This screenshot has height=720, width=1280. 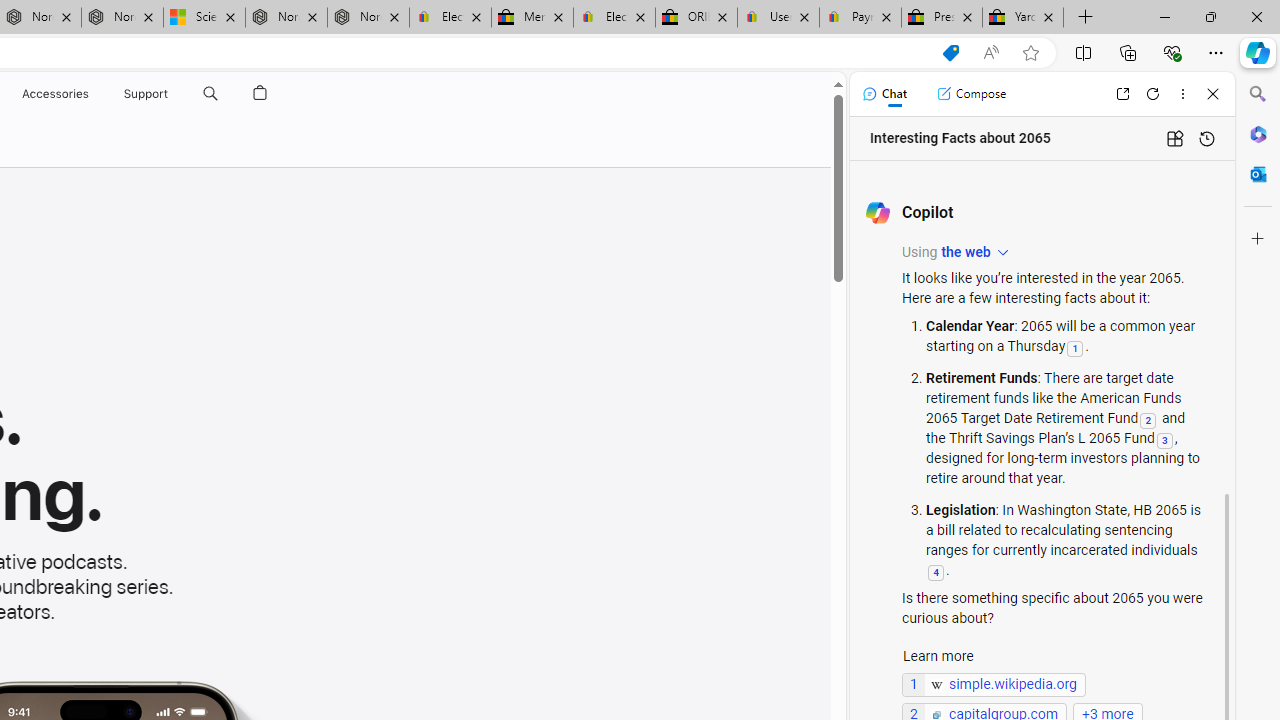 What do you see at coordinates (172, 93) in the screenshot?
I see `'Class: globalnav-submenu-trigger-item'` at bounding box center [172, 93].